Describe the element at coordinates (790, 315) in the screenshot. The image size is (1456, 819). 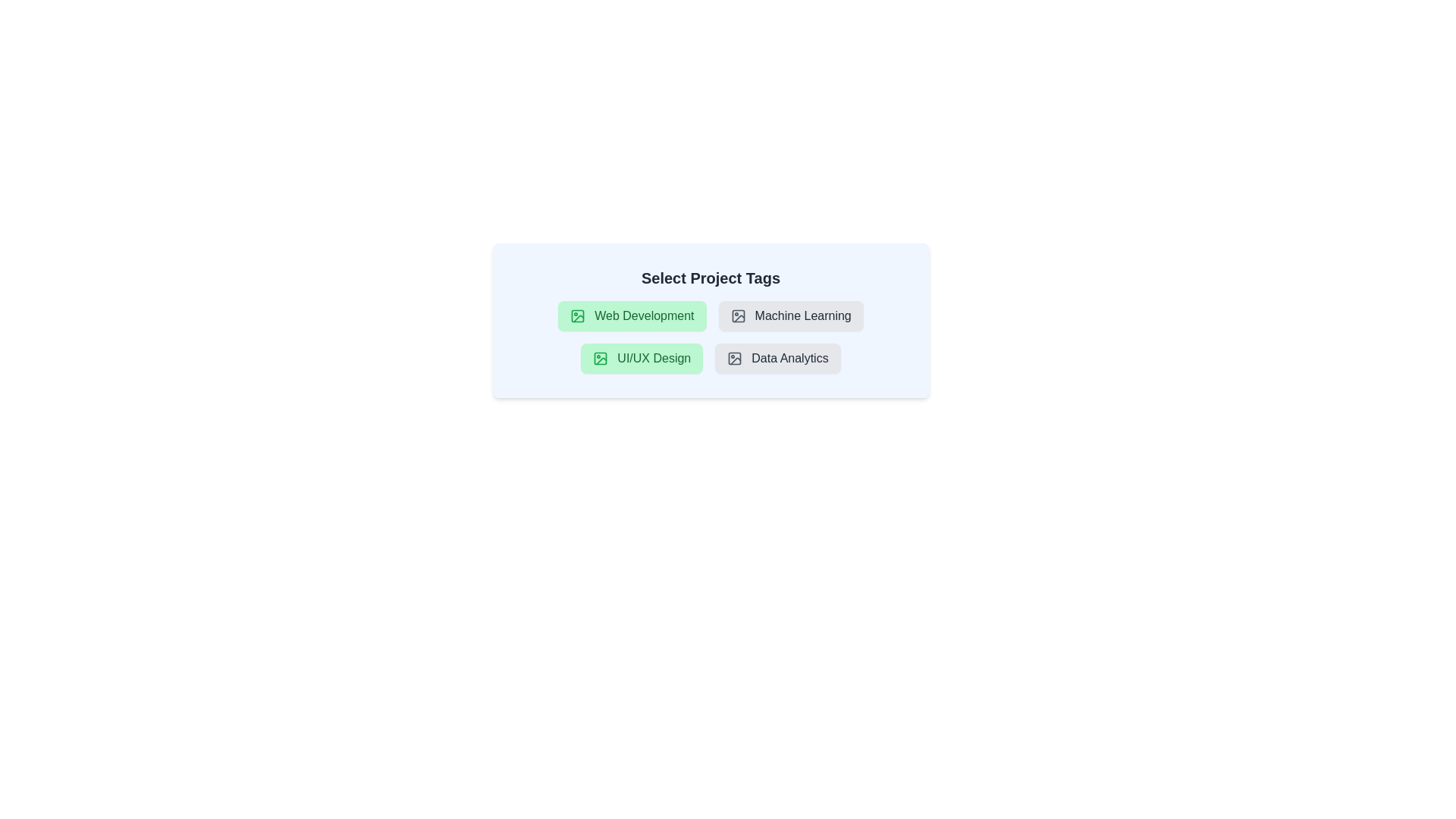
I see `the tag labeled 'Machine Learning' by clicking on it` at that location.